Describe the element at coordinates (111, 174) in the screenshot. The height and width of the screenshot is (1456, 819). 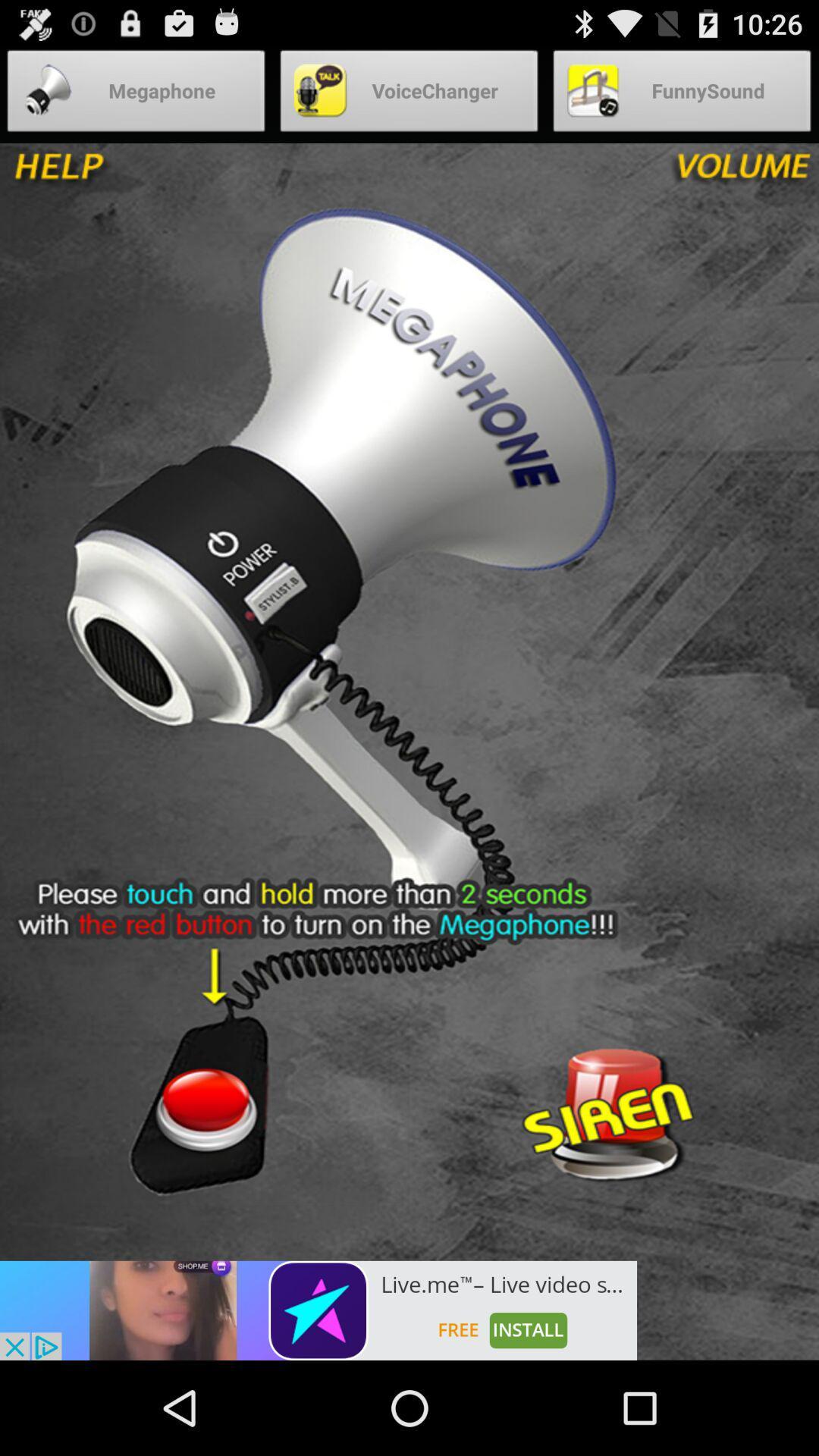
I see `help` at that location.